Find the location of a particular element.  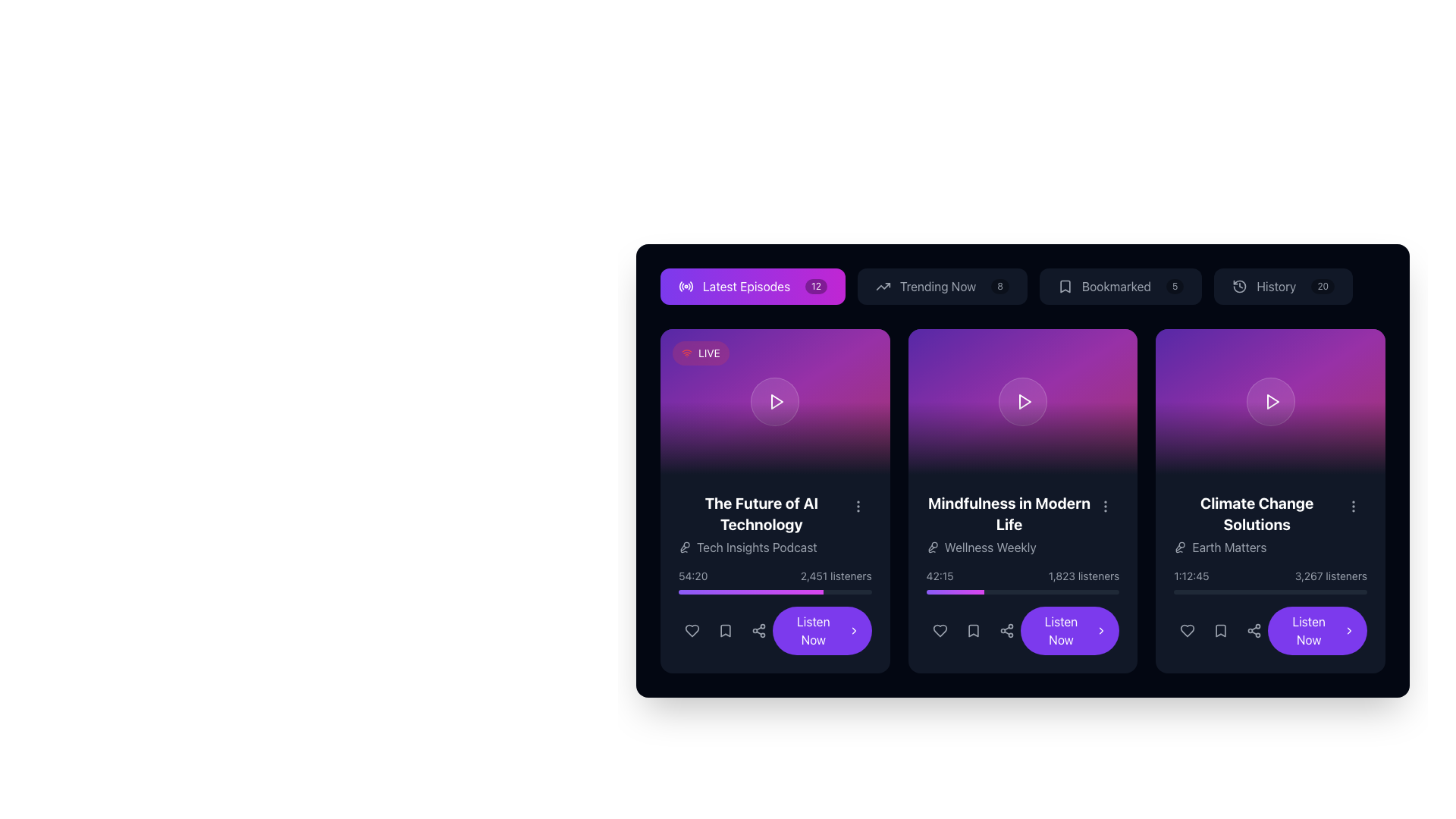

the progress of the Progress Bar located beneath the timestamp '54:20' and above the 'Listen Now' button in the lower section of the leftmost card is located at coordinates (775, 591).